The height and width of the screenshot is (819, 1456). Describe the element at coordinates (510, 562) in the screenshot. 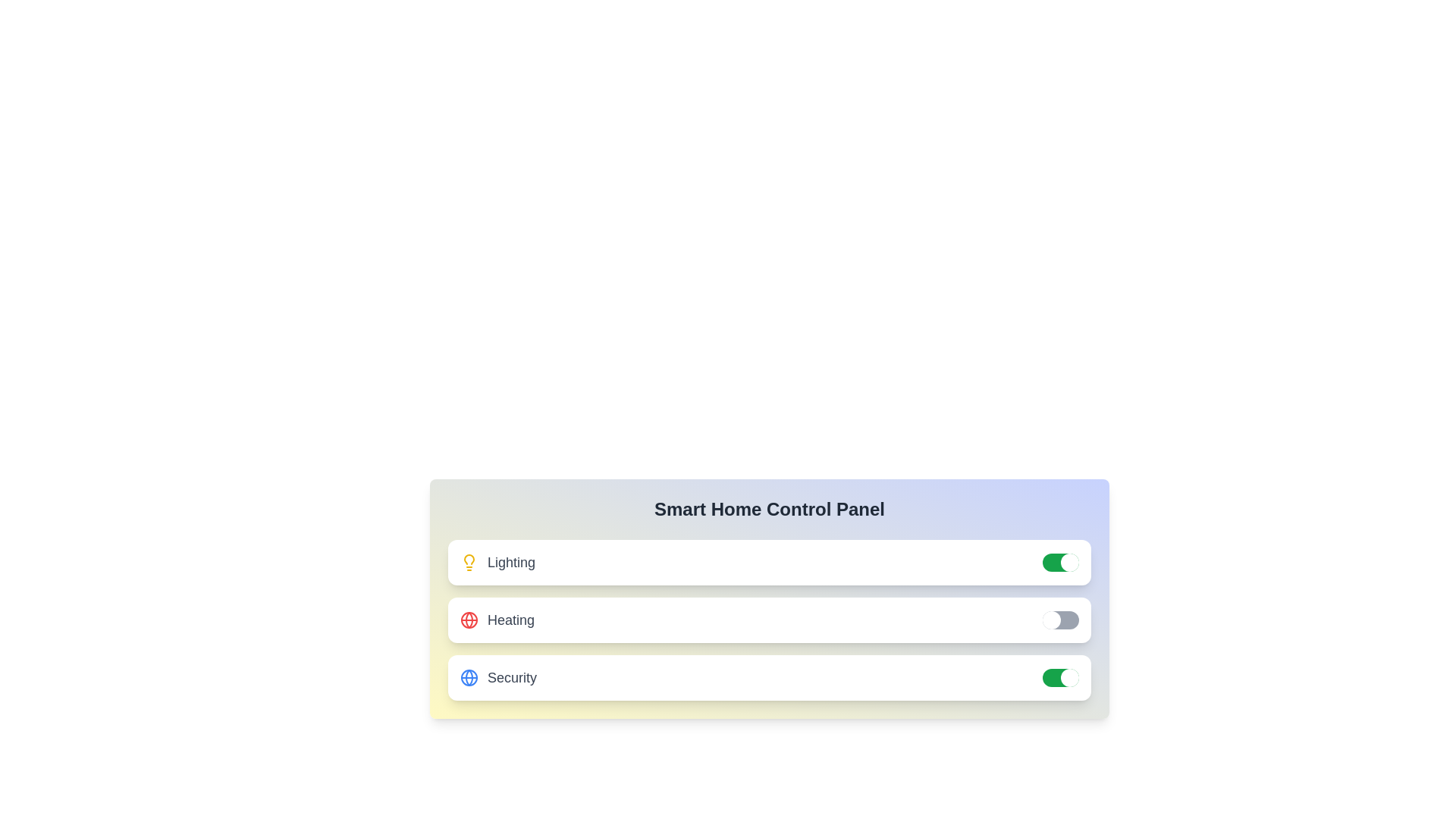

I see `the label text of the system to select it` at that location.